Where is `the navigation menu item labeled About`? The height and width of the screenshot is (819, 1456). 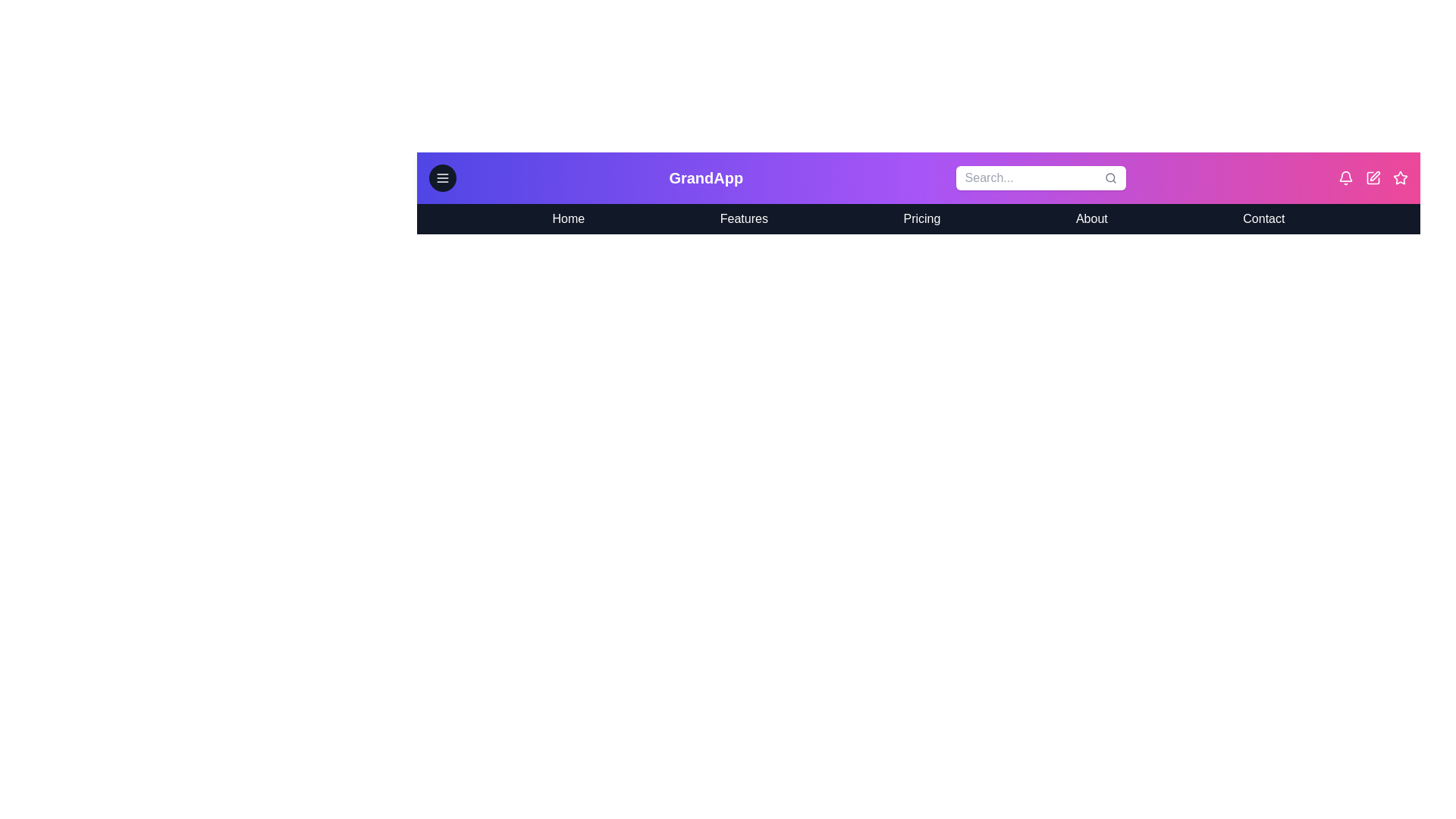
the navigation menu item labeled About is located at coordinates (1090, 219).